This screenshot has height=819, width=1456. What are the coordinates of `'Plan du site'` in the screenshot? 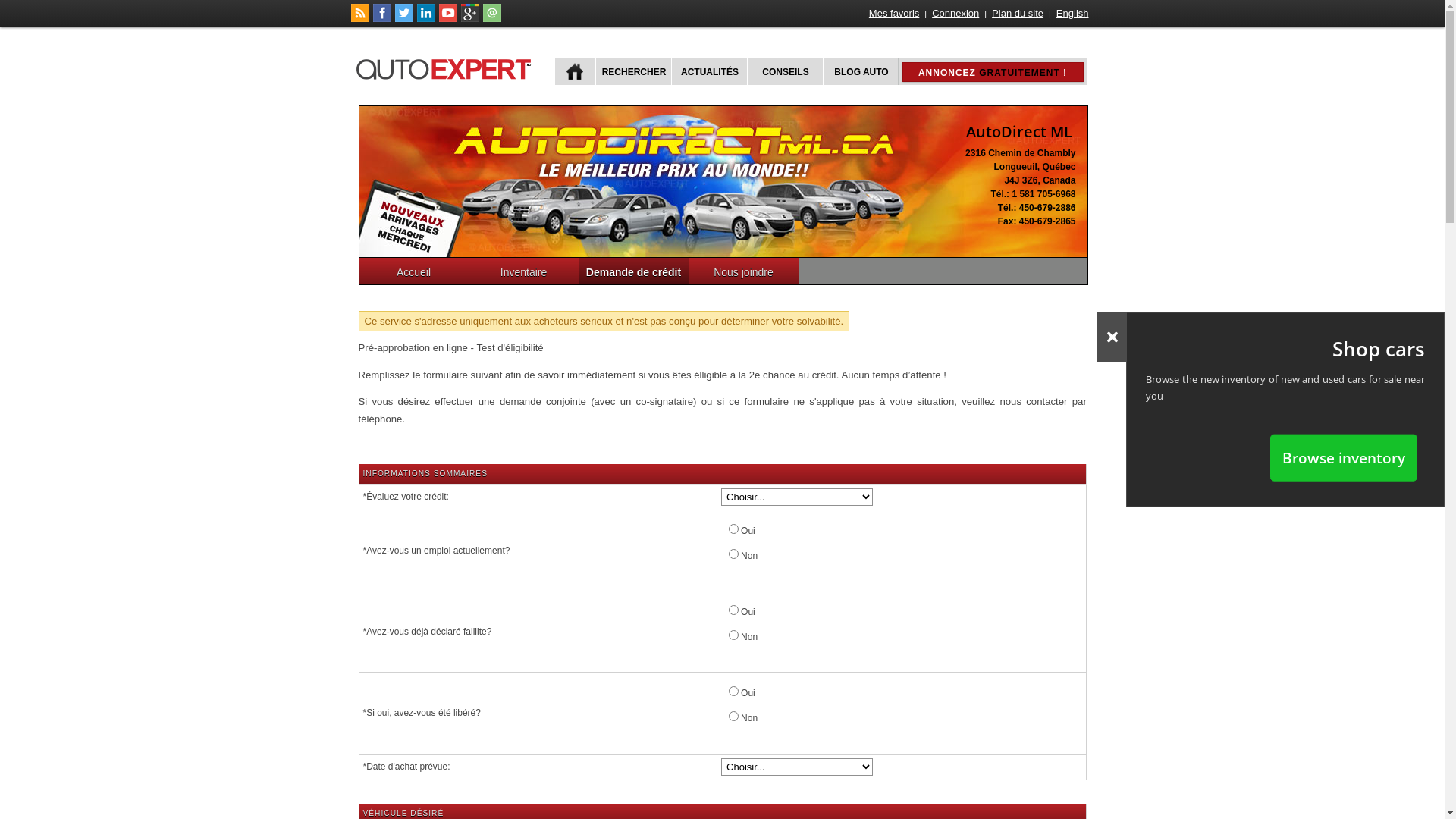 It's located at (1018, 13).